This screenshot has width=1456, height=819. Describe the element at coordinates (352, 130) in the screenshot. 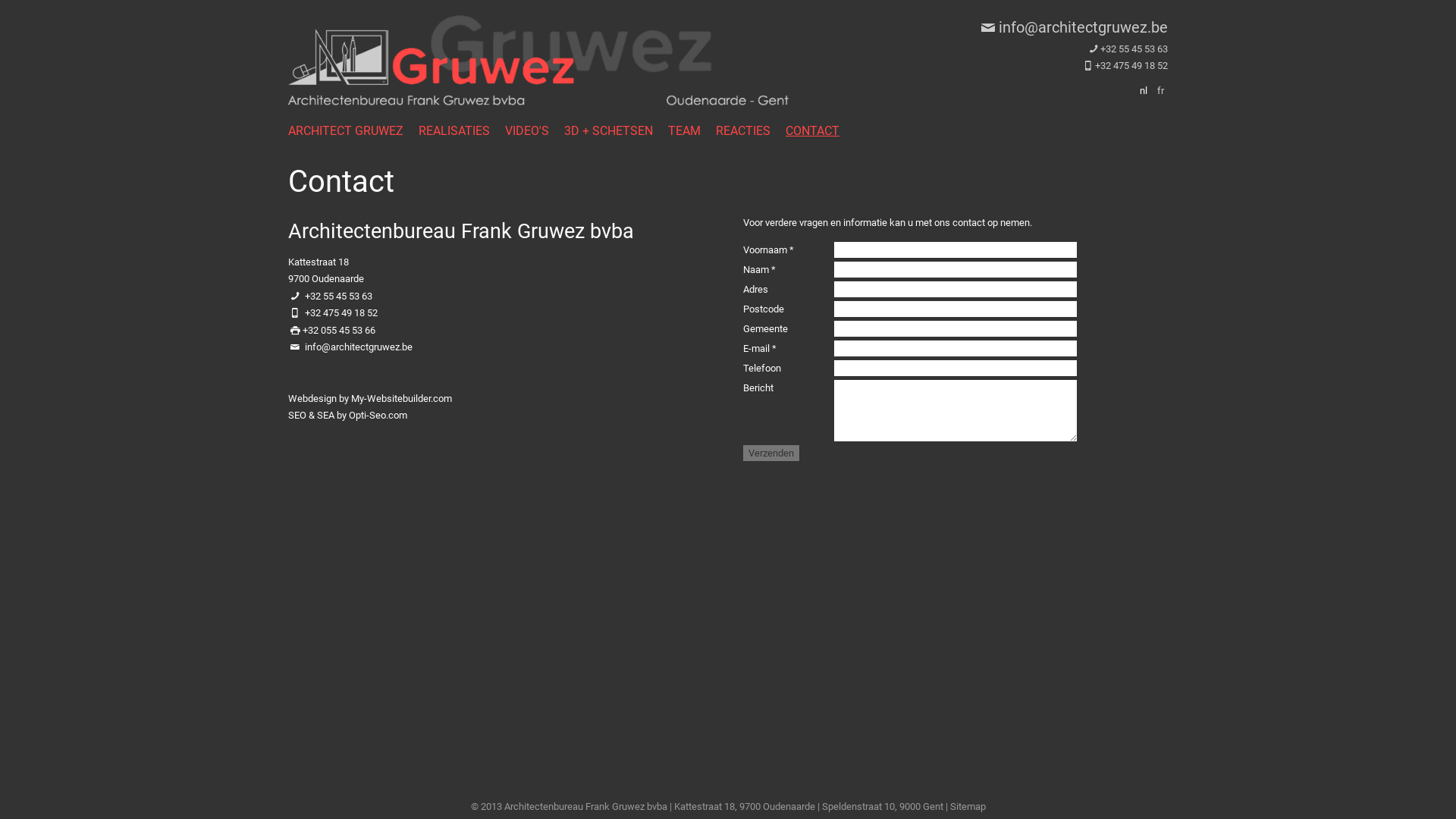

I see `'ARCHITECT GRUWEZ'` at that location.